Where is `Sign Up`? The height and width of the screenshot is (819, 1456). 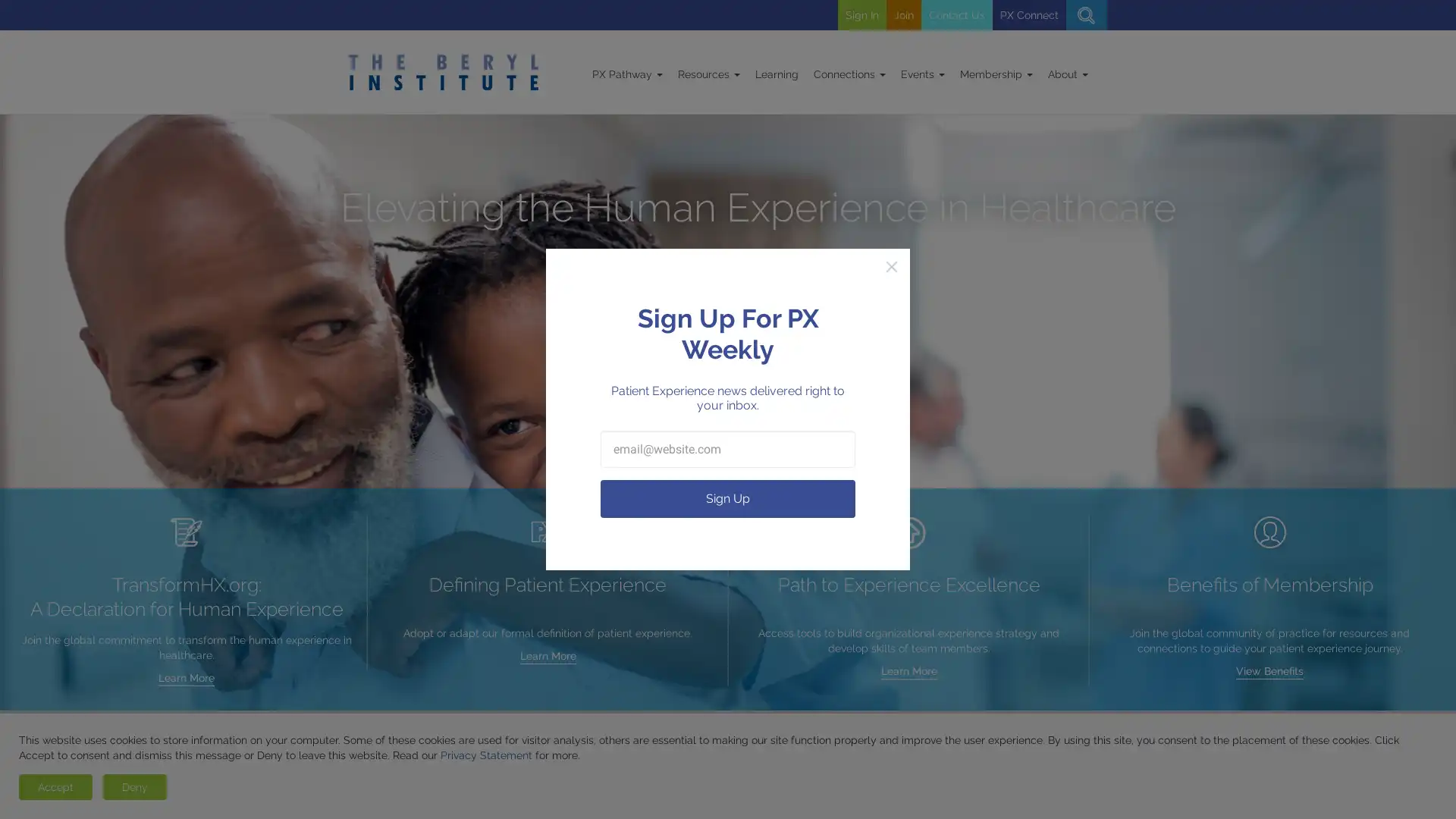 Sign Up is located at coordinates (728, 498).